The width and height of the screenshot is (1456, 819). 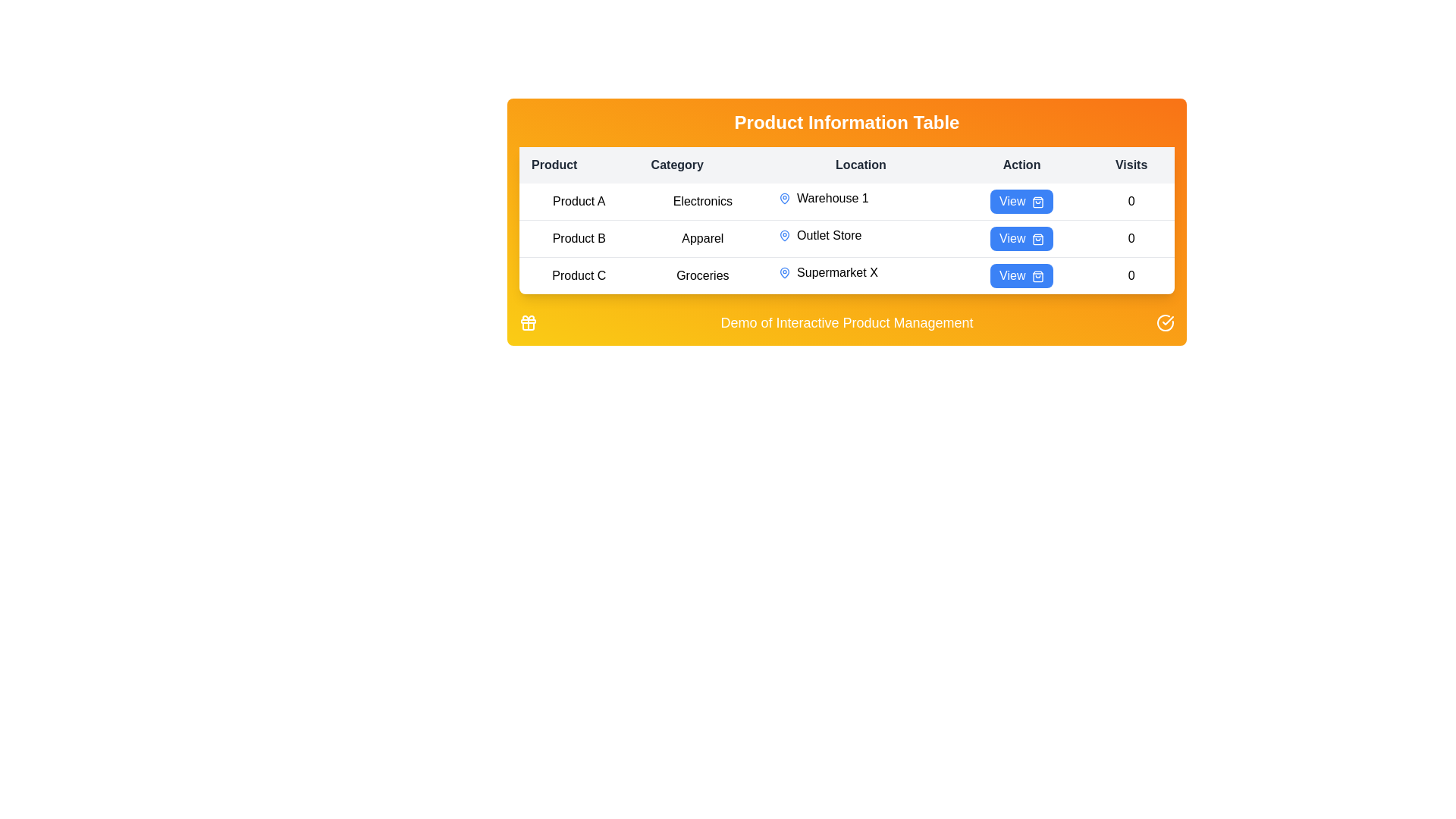 What do you see at coordinates (1037, 239) in the screenshot?
I see `the appearance of the small outlined shopping bag icon located at the right end of the 'View' button in the product information section's Action column` at bounding box center [1037, 239].